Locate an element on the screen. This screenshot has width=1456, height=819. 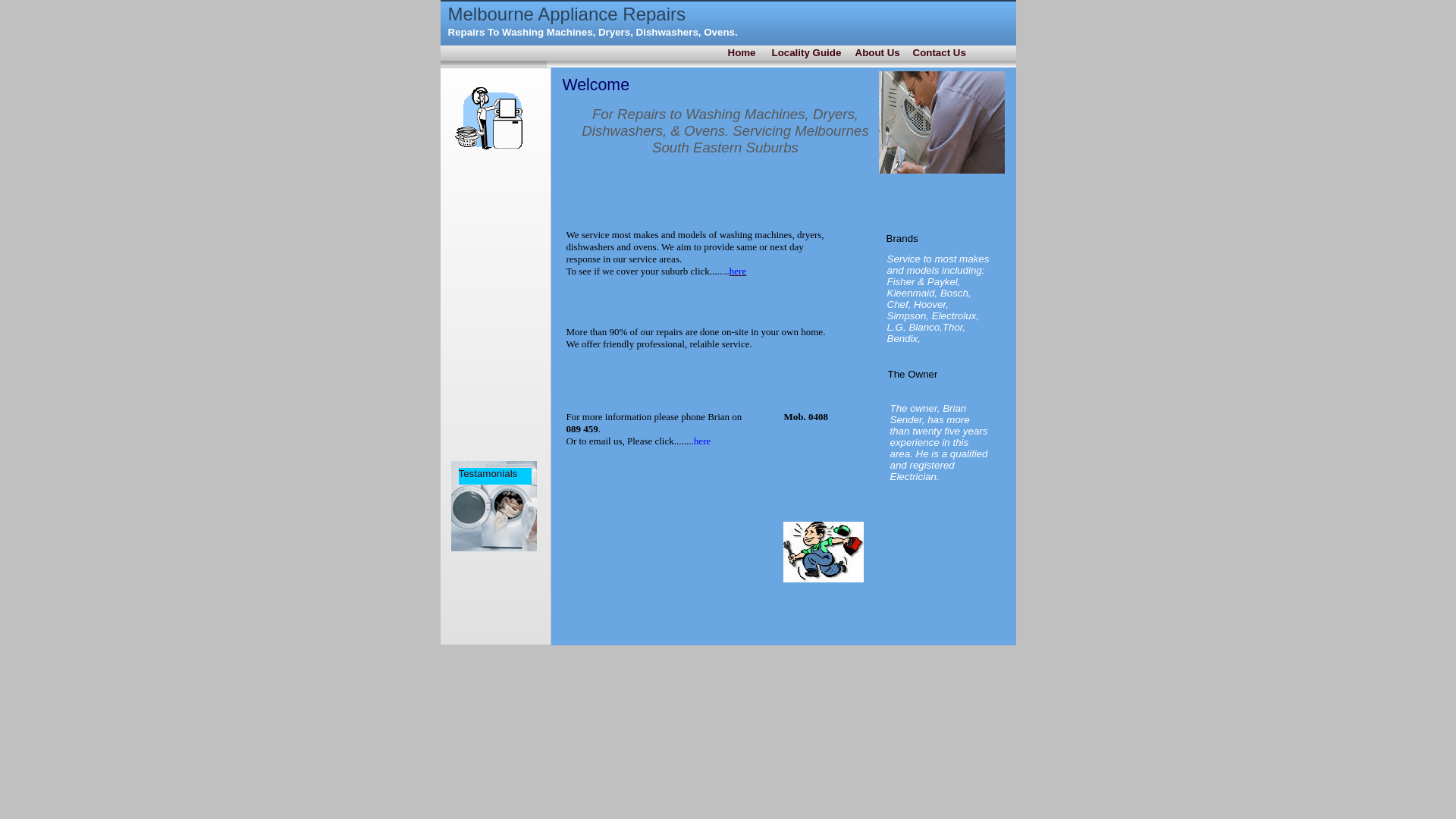
'Home' is located at coordinates (742, 52).